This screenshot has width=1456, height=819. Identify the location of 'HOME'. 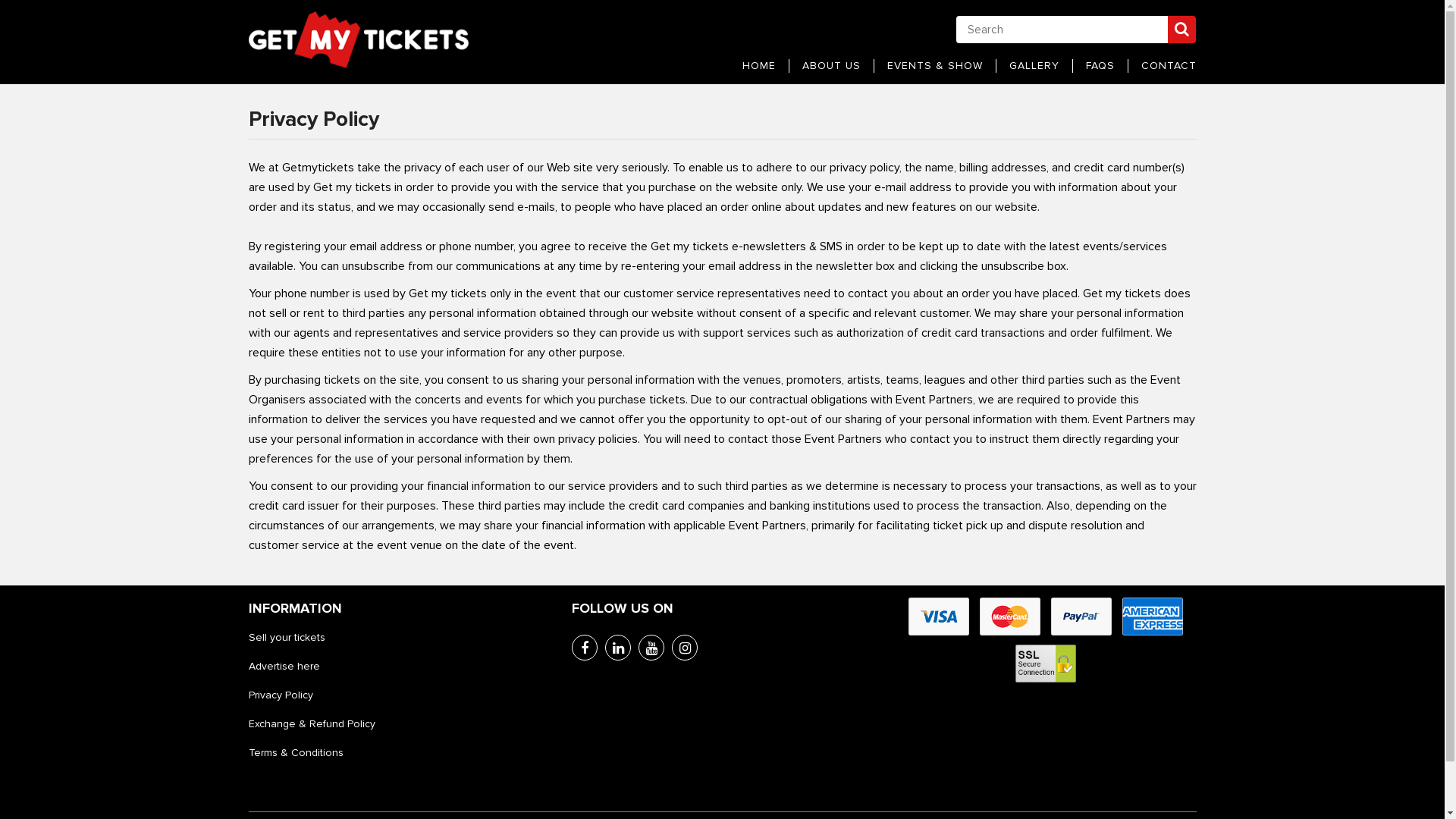
(742, 65).